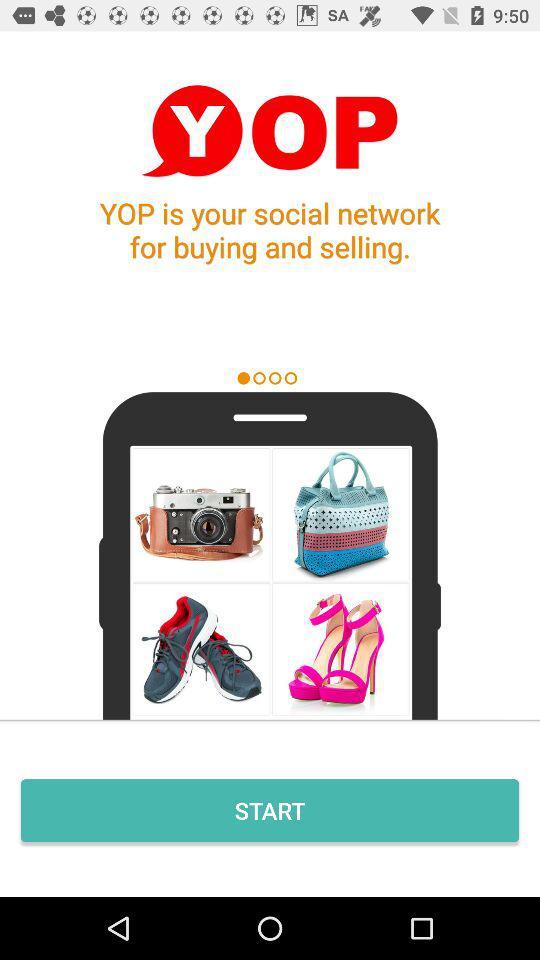 The width and height of the screenshot is (540, 960). Describe the element at coordinates (270, 810) in the screenshot. I see `start icon` at that location.